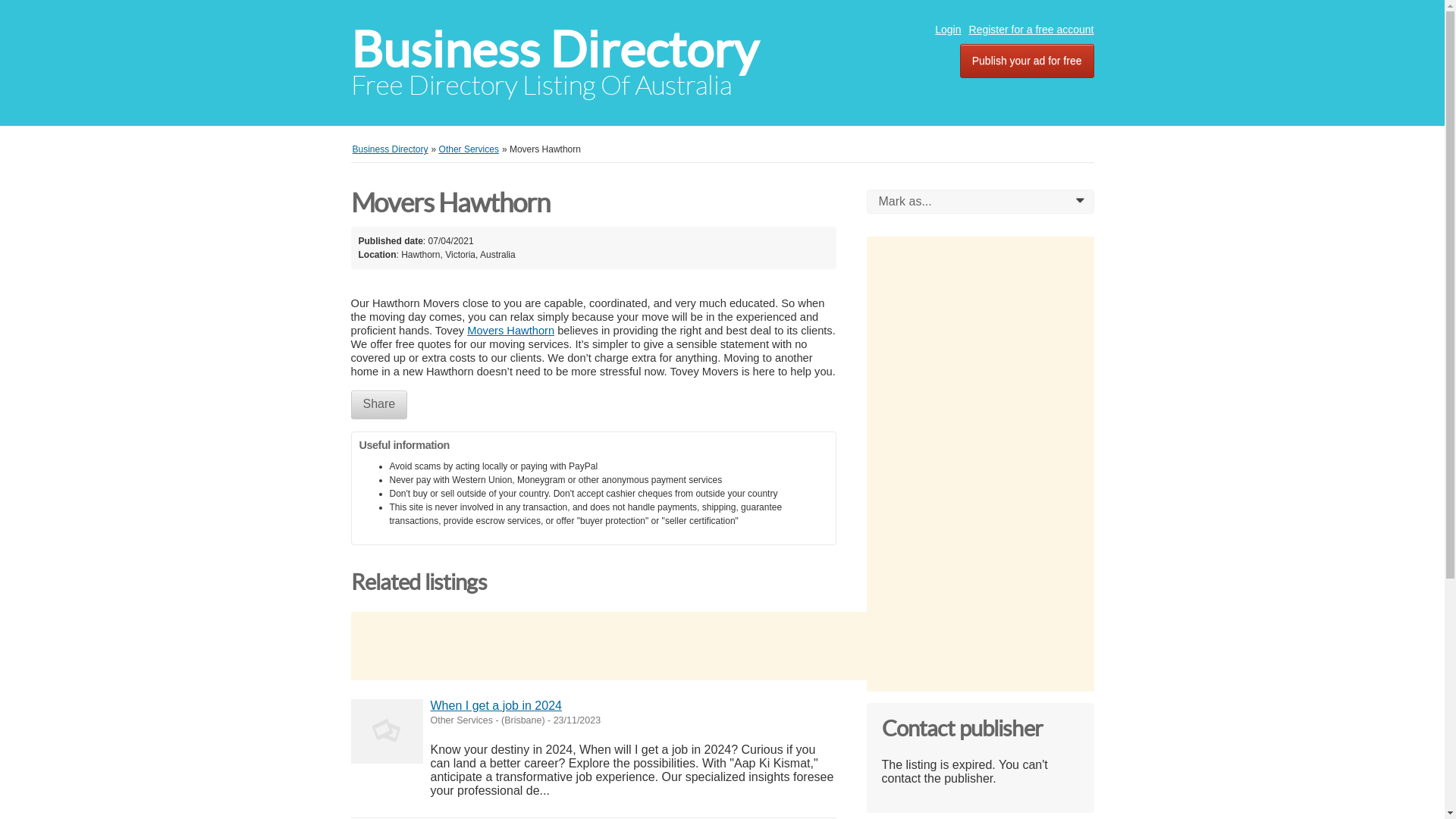 This screenshot has width=1456, height=819. Describe the element at coordinates (626, 646) in the screenshot. I see `'Advertisement'` at that location.